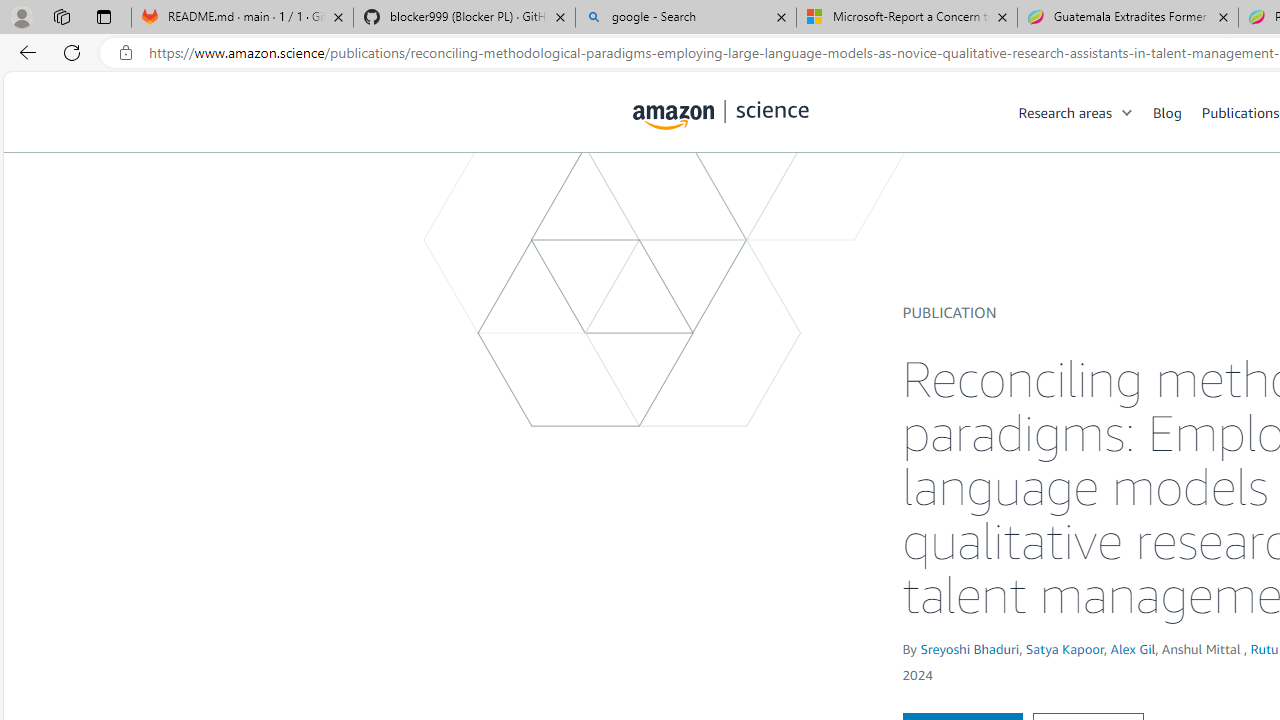  I want to click on 'Satya Kapoor', so click(1063, 648).